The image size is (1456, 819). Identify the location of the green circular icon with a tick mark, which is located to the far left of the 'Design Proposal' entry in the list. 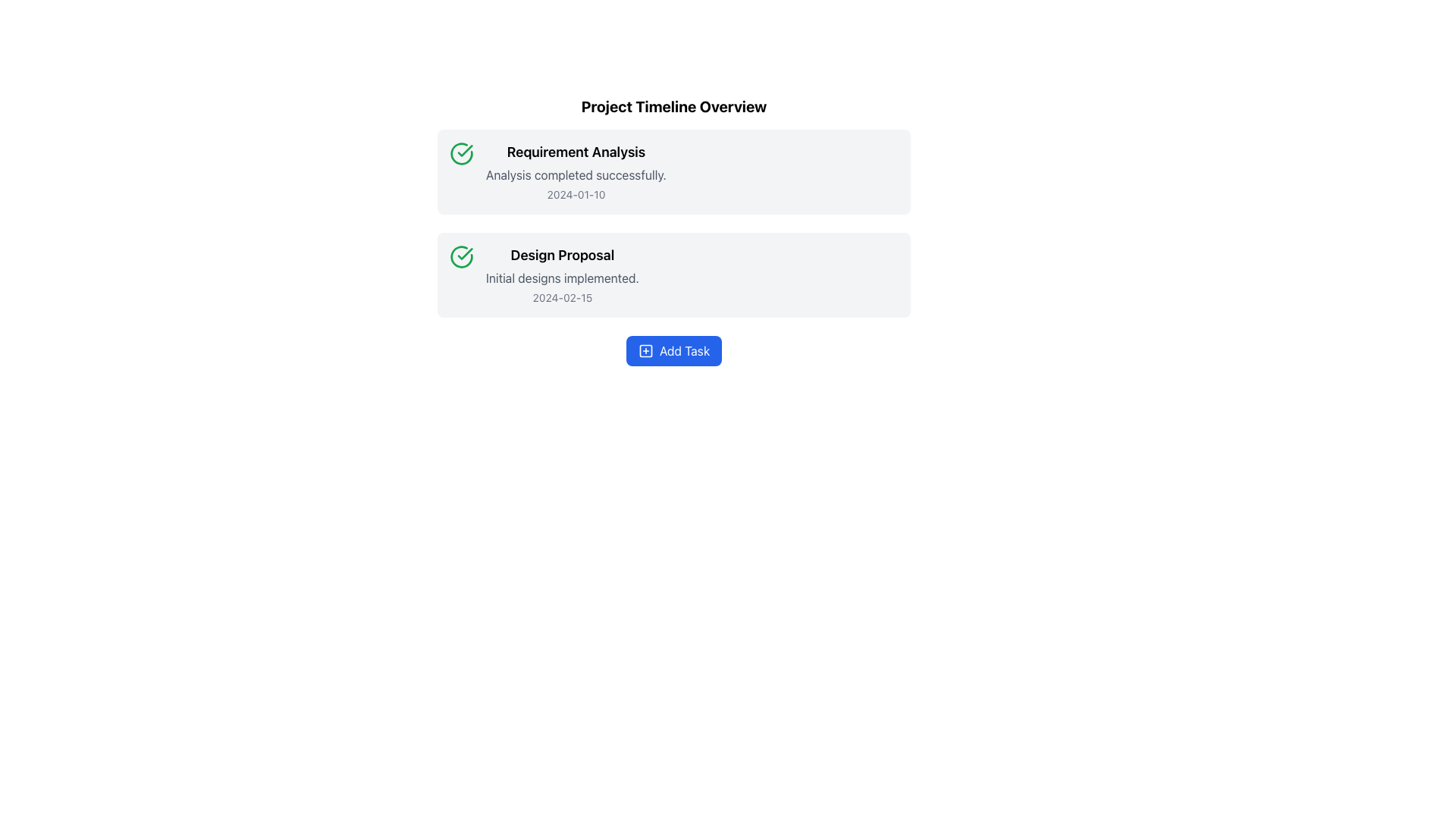
(461, 256).